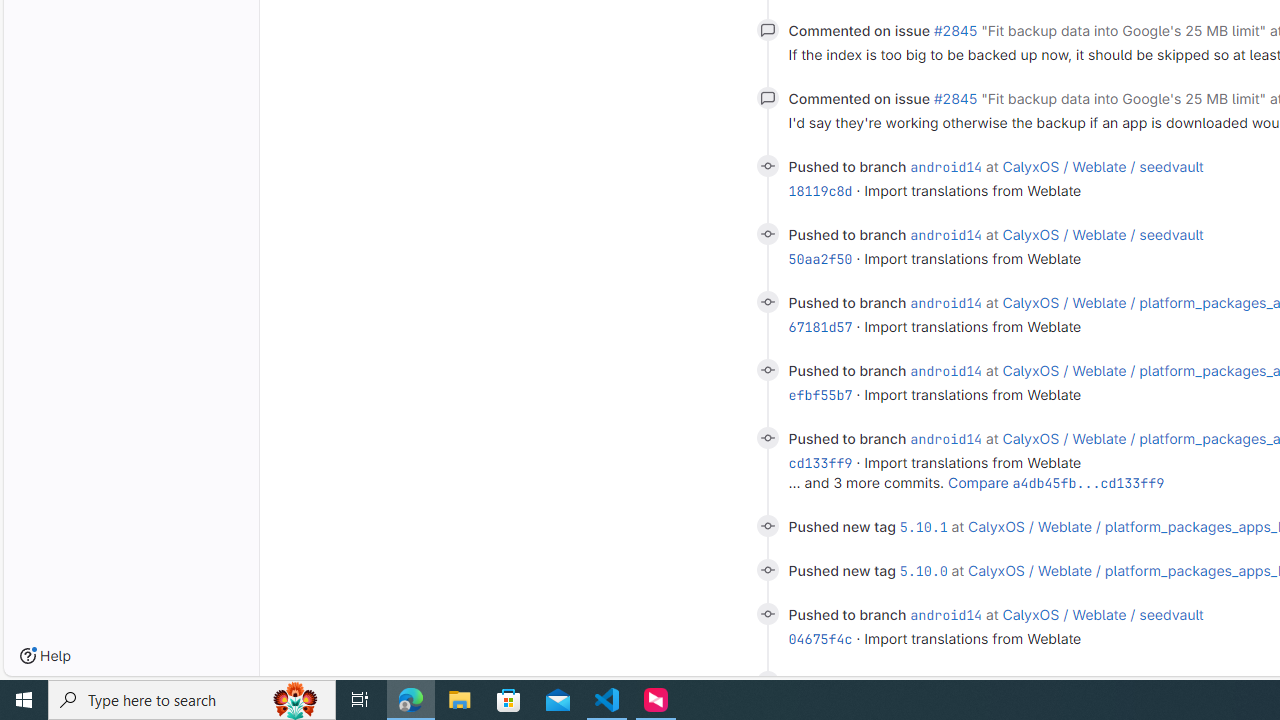 This screenshot has width=1280, height=720. What do you see at coordinates (820, 326) in the screenshot?
I see `'67181d57'` at bounding box center [820, 326].